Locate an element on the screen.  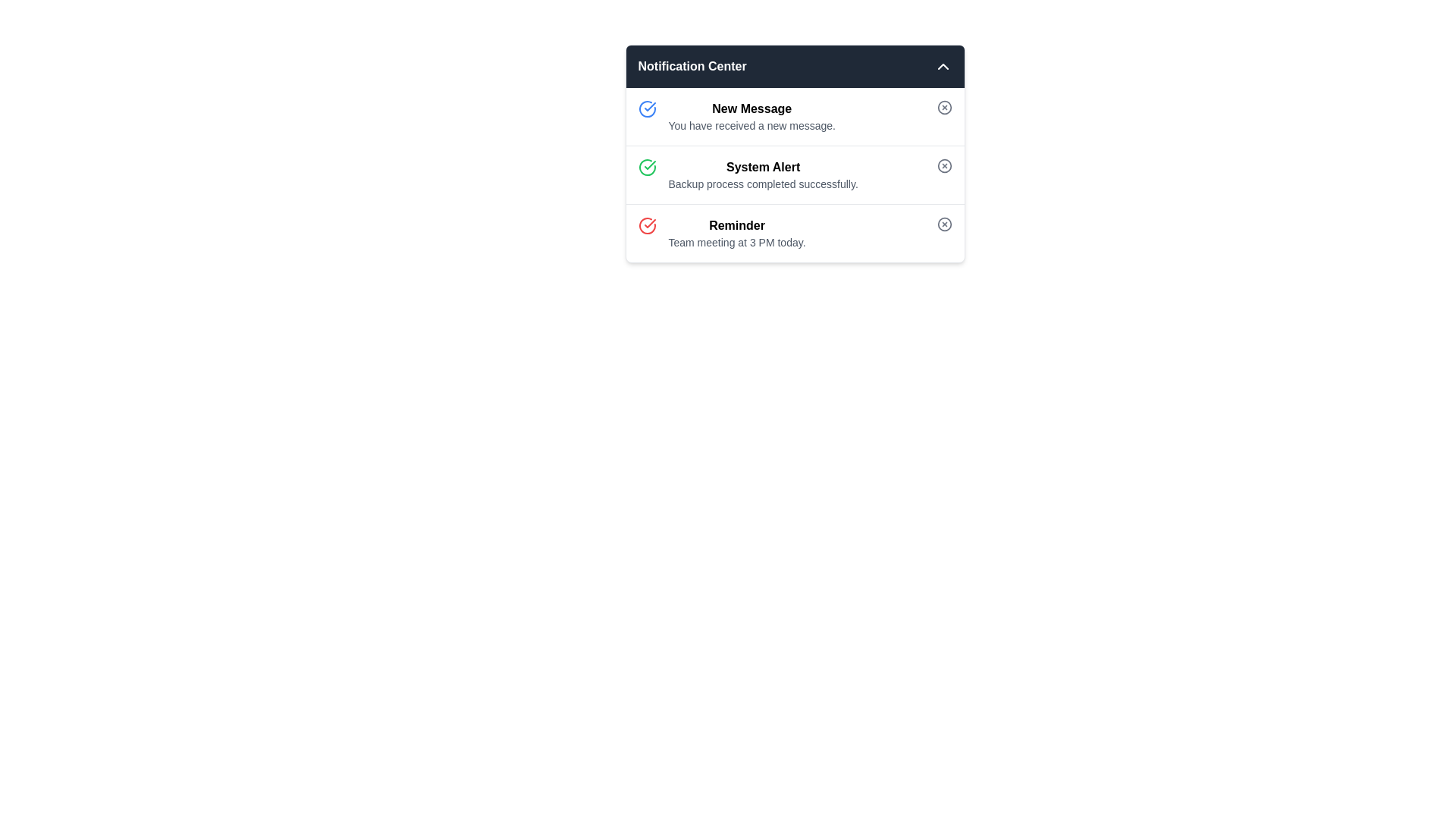
bold text label displaying 'System Alert' located at the top of the notification card in the Notification Center is located at coordinates (763, 167).